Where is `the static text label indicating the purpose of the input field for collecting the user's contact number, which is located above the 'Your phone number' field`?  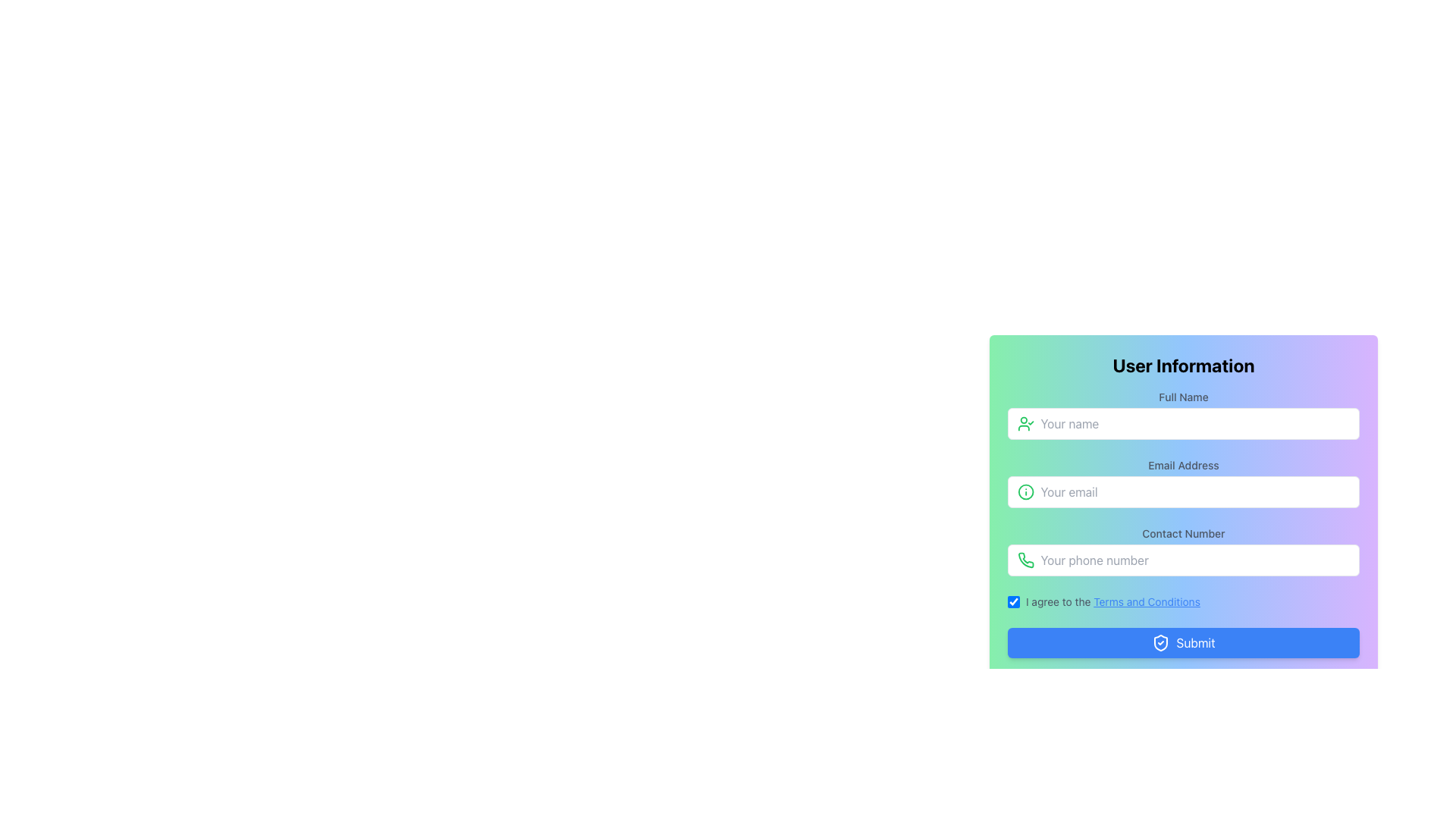 the static text label indicating the purpose of the input field for collecting the user's contact number, which is located above the 'Your phone number' field is located at coordinates (1182, 533).